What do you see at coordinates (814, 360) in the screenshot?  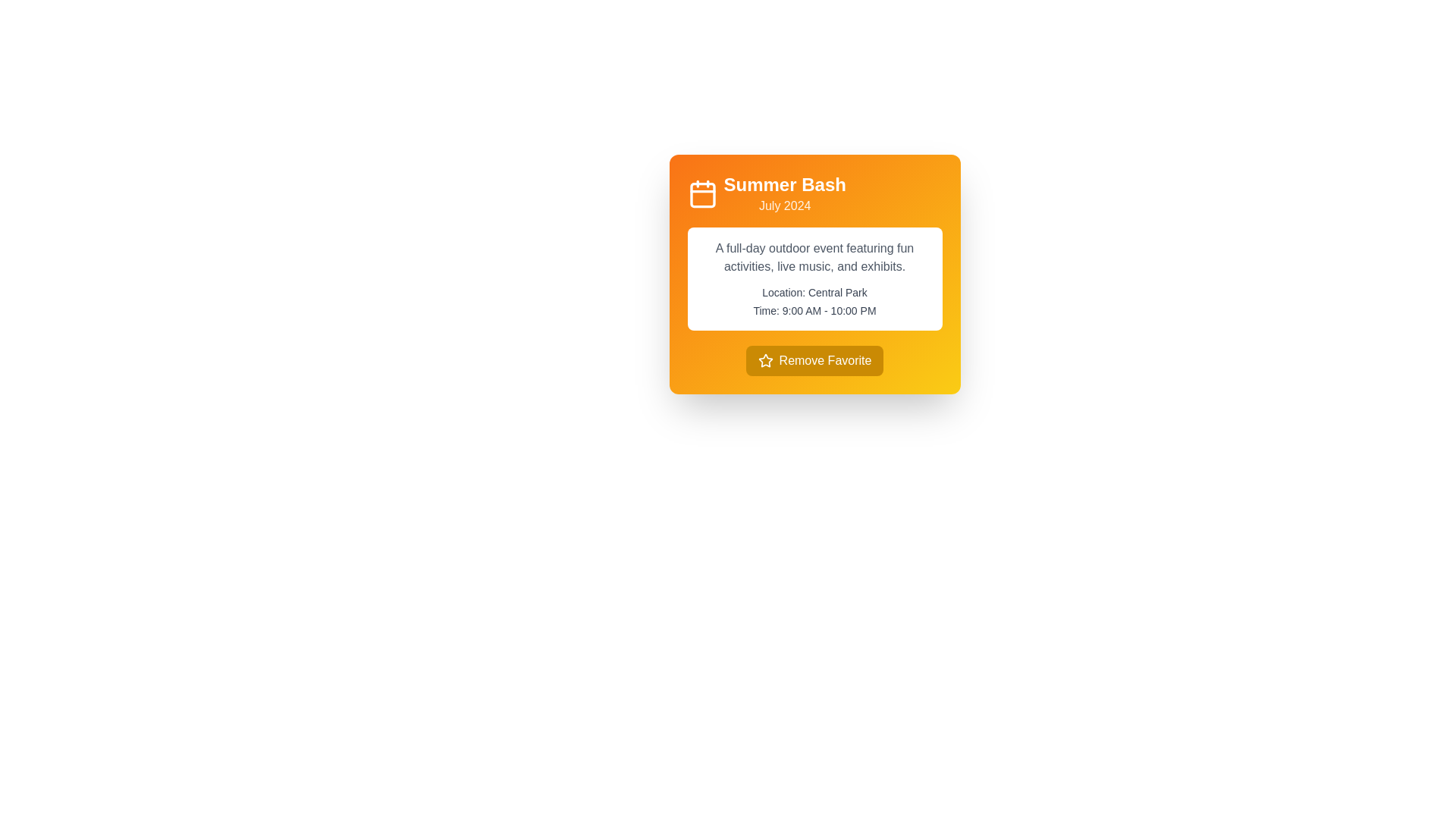 I see `the button that allows the user to remove an event from their favorites, located at the bottom of the card with an orange gradient background` at bounding box center [814, 360].